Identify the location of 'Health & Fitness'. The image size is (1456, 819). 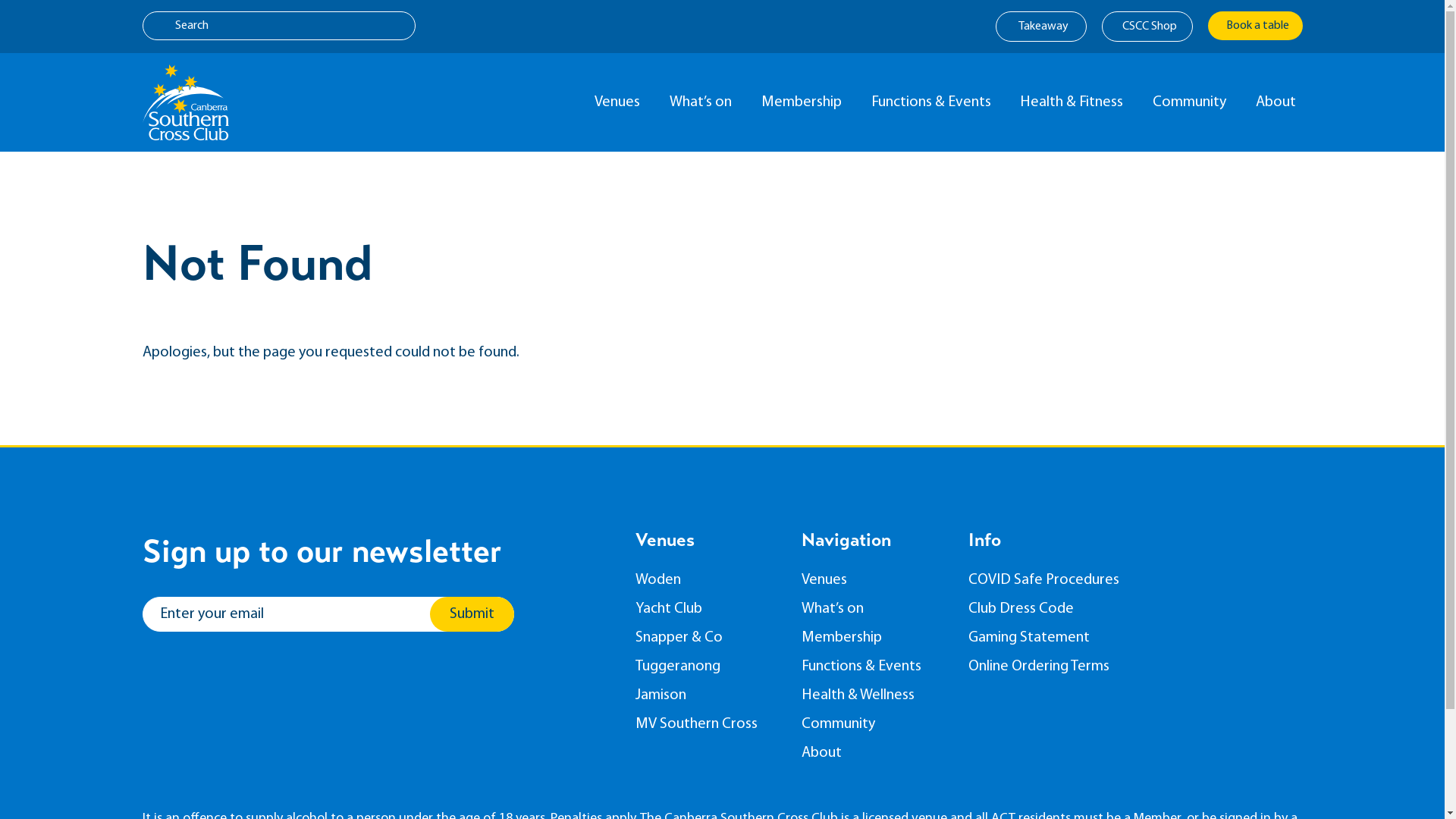
(1074, 102).